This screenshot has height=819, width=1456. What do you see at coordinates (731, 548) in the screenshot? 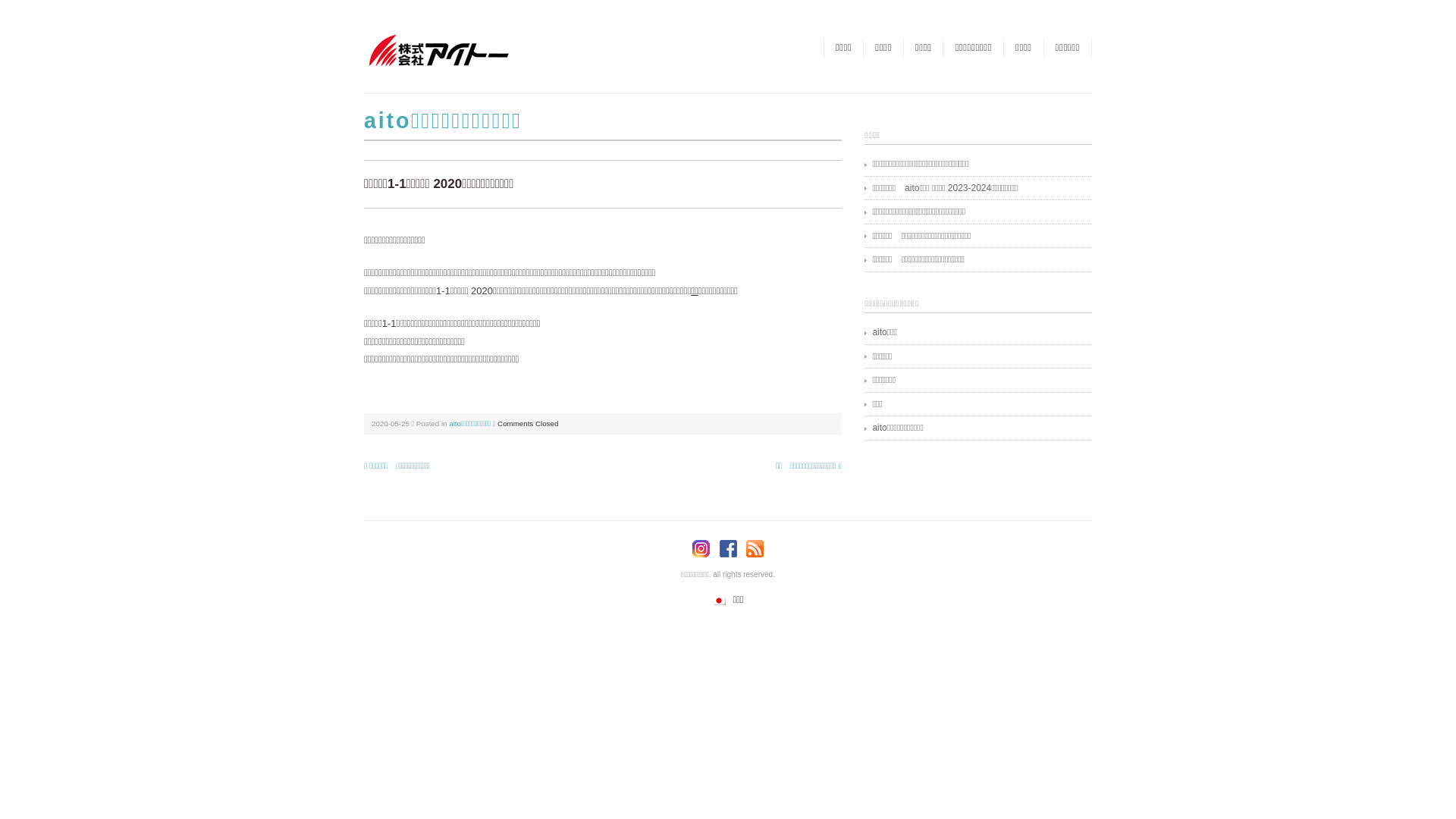
I see `'Facebook'` at bounding box center [731, 548].